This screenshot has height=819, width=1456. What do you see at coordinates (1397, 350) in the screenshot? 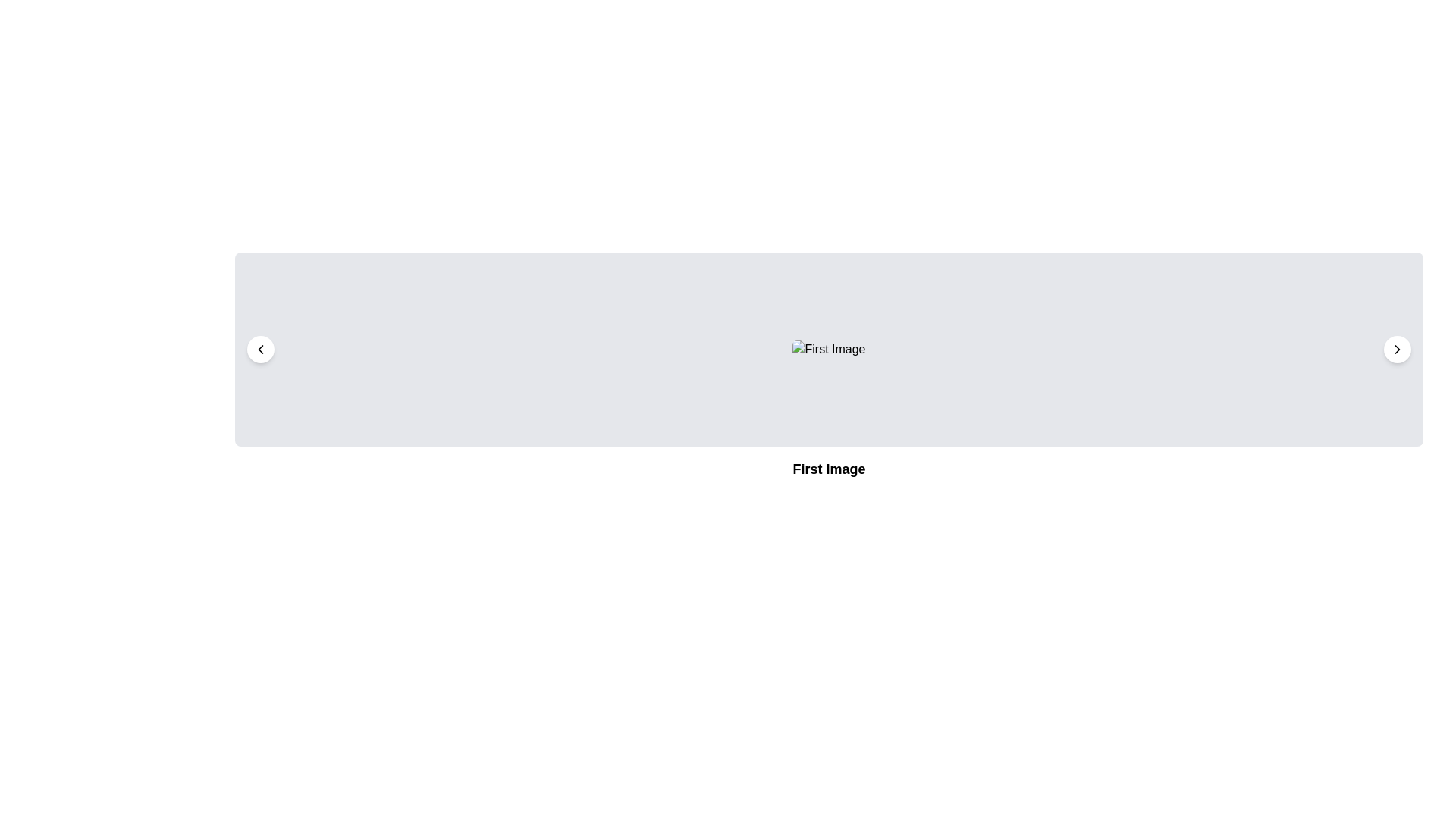
I see `the rightward-pointing chevron icon, which has a black outline and is set against a circular white background, located at the far right of the central grey panel` at bounding box center [1397, 350].